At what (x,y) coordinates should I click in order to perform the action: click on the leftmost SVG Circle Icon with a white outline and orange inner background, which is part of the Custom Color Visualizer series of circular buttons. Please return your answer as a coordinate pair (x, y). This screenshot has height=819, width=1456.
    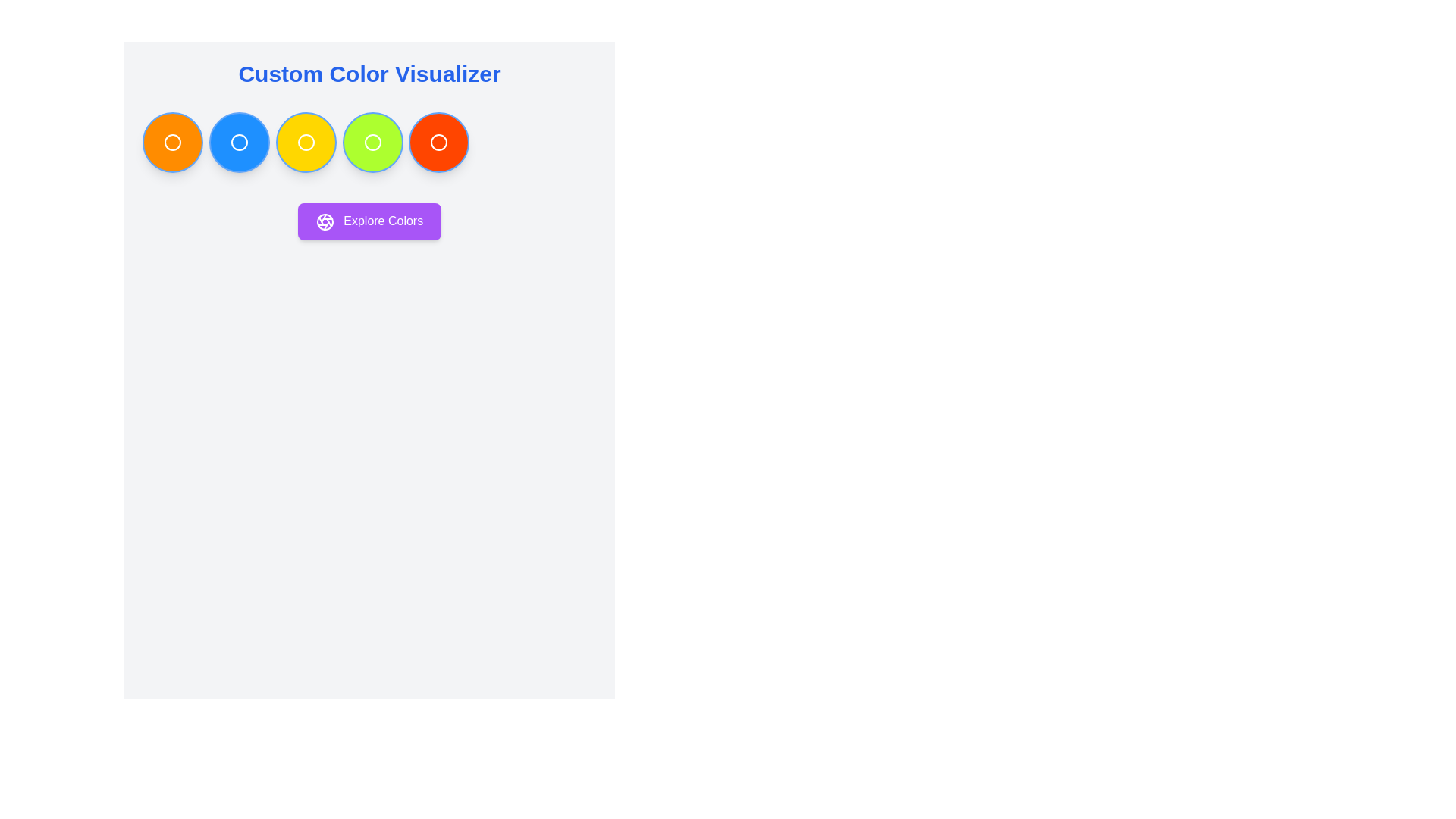
    Looking at the image, I should click on (172, 143).